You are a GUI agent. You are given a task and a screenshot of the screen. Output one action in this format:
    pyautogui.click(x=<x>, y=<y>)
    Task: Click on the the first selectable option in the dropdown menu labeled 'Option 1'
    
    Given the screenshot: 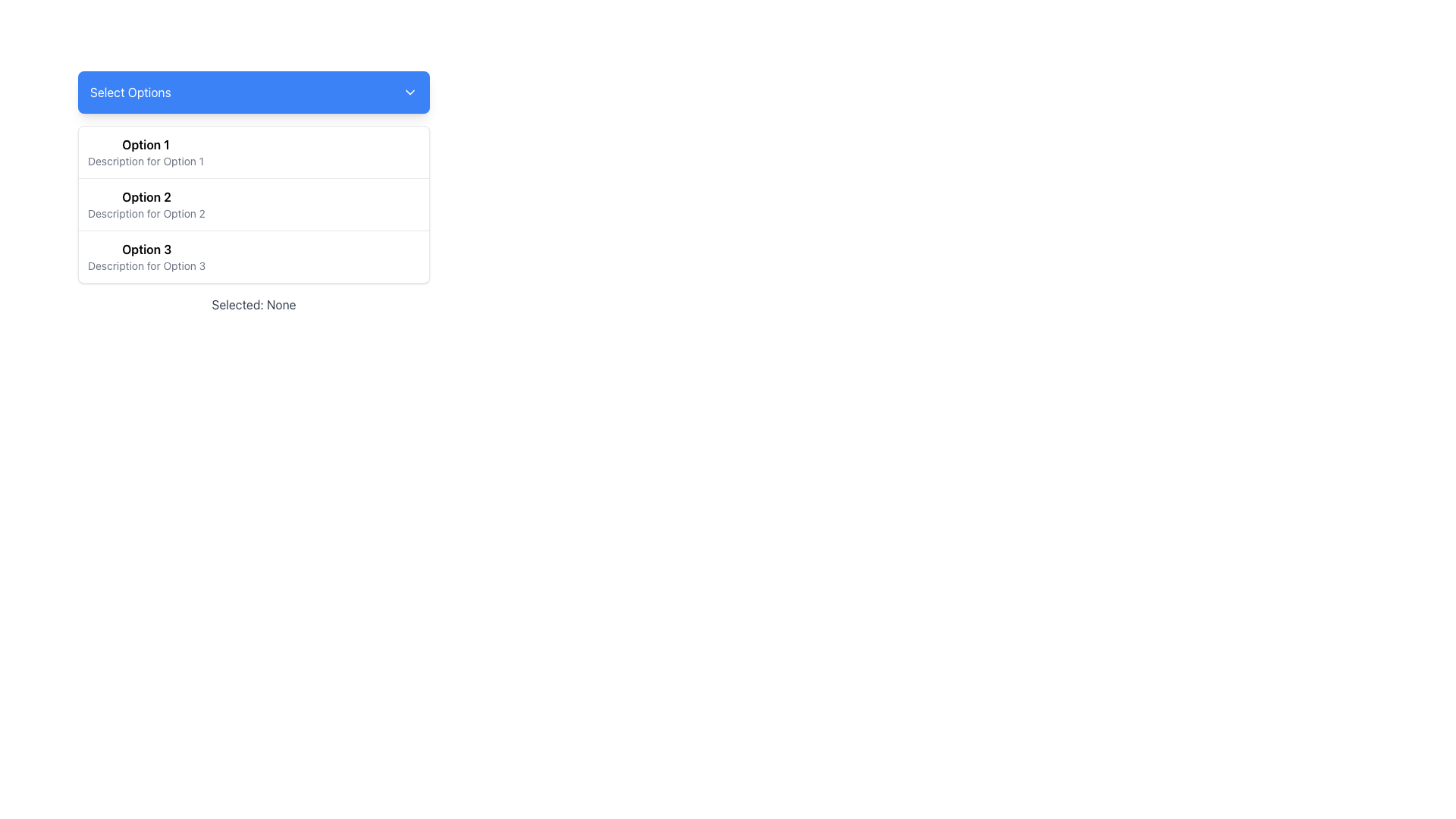 What is the action you would take?
    pyautogui.click(x=146, y=152)
    